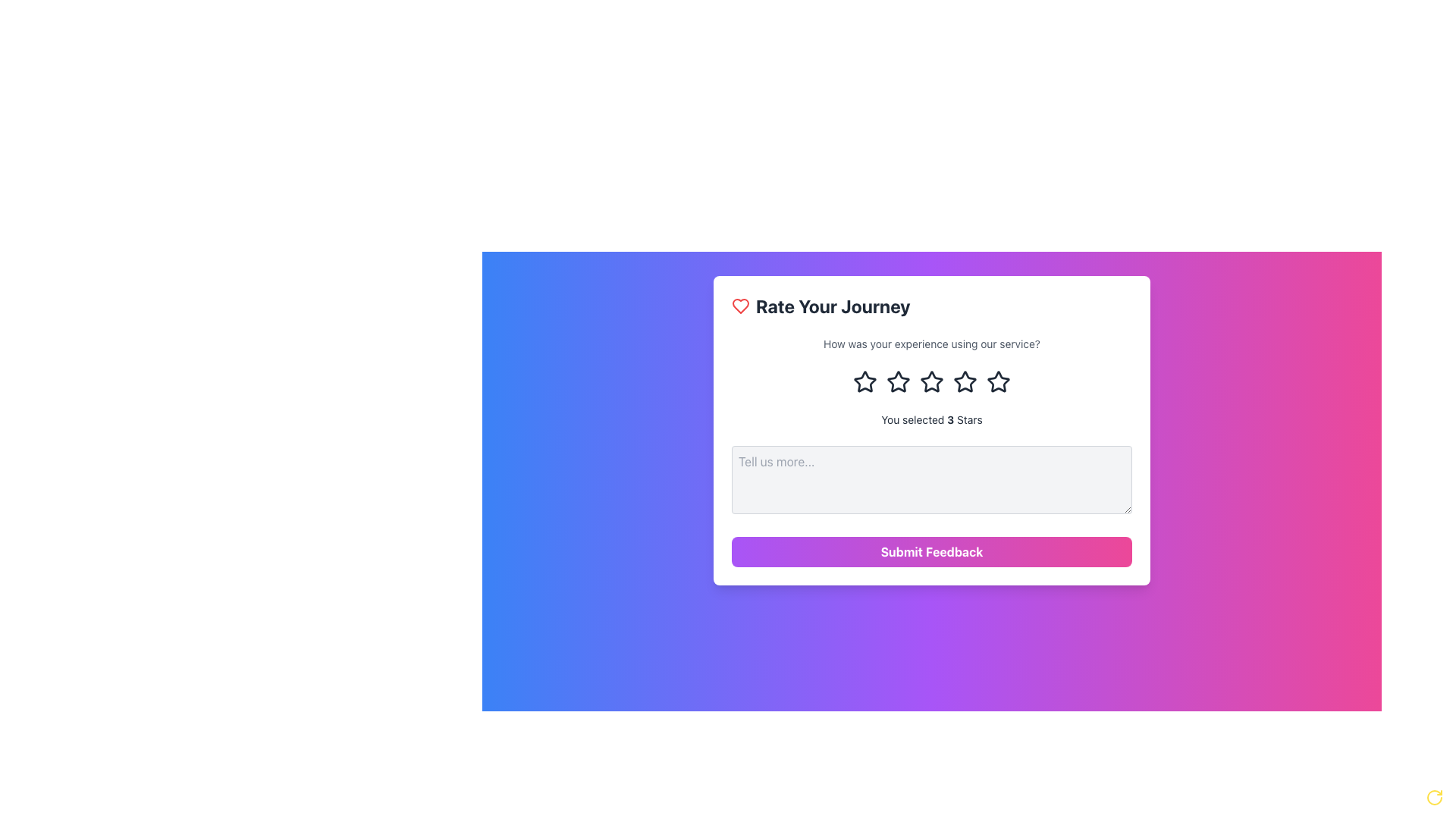 This screenshot has height=819, width=1456. Describe the element at coordinates (930, 344) in the screenshot. I see `the text label providing a prompt for users to evaluate their experience with the service, located beneath the heading 'Rate Your Journey' and above the star rating icons` at that location.